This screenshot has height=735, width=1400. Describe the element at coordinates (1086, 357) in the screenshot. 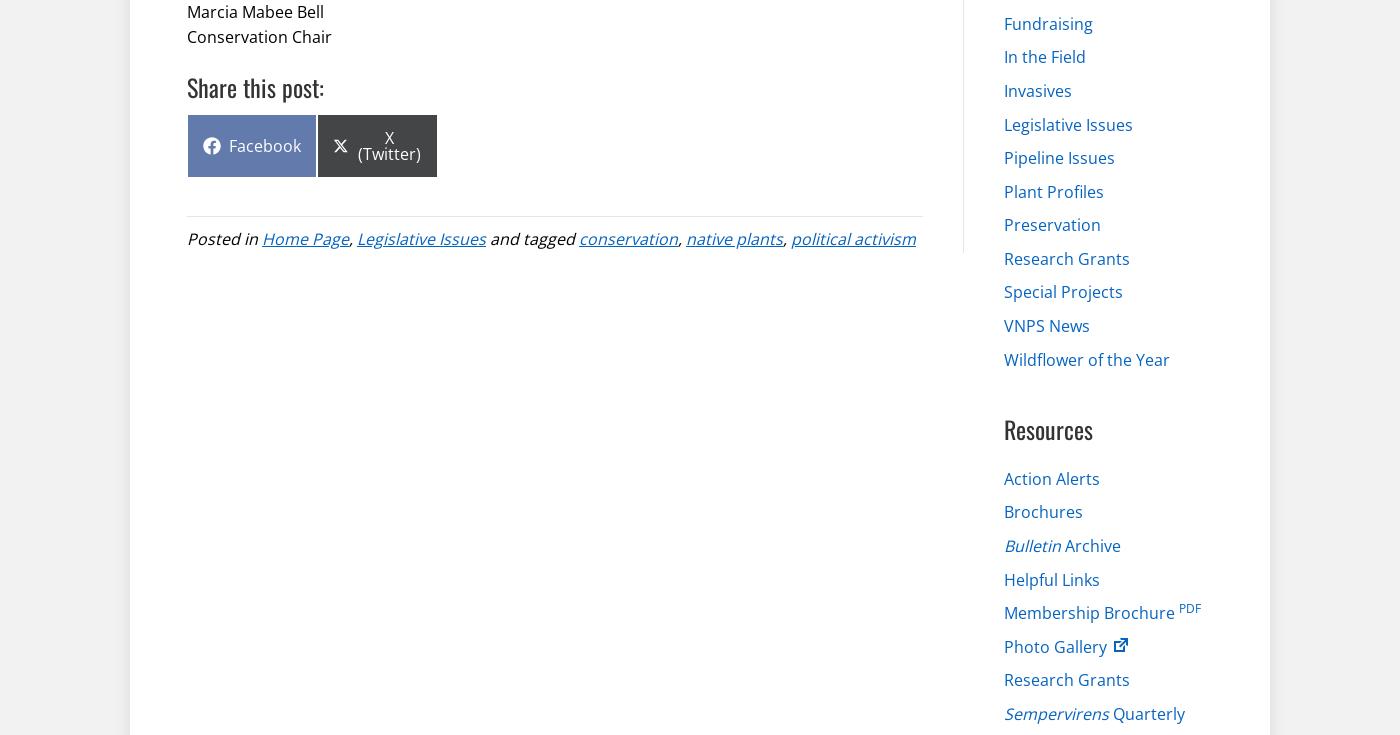

I see `'Wildflower of the Year'` at that location.